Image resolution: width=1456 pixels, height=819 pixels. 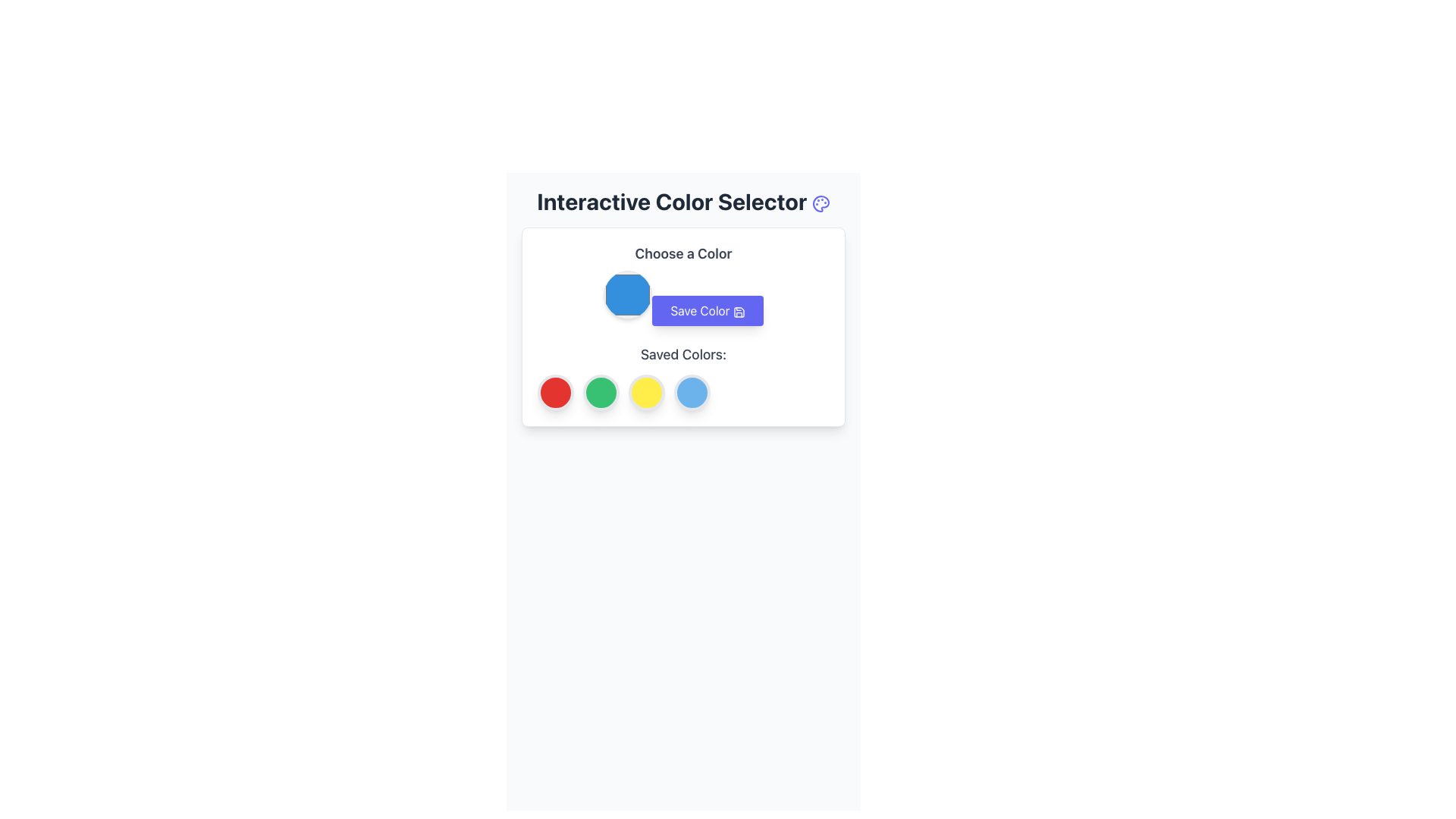 What do you see at coordinates (555, 391) in the screenshot?
I see `the first circular interactive icon with a red background located under the 'Saved Colors:' label` at bounding box center [555, 391].